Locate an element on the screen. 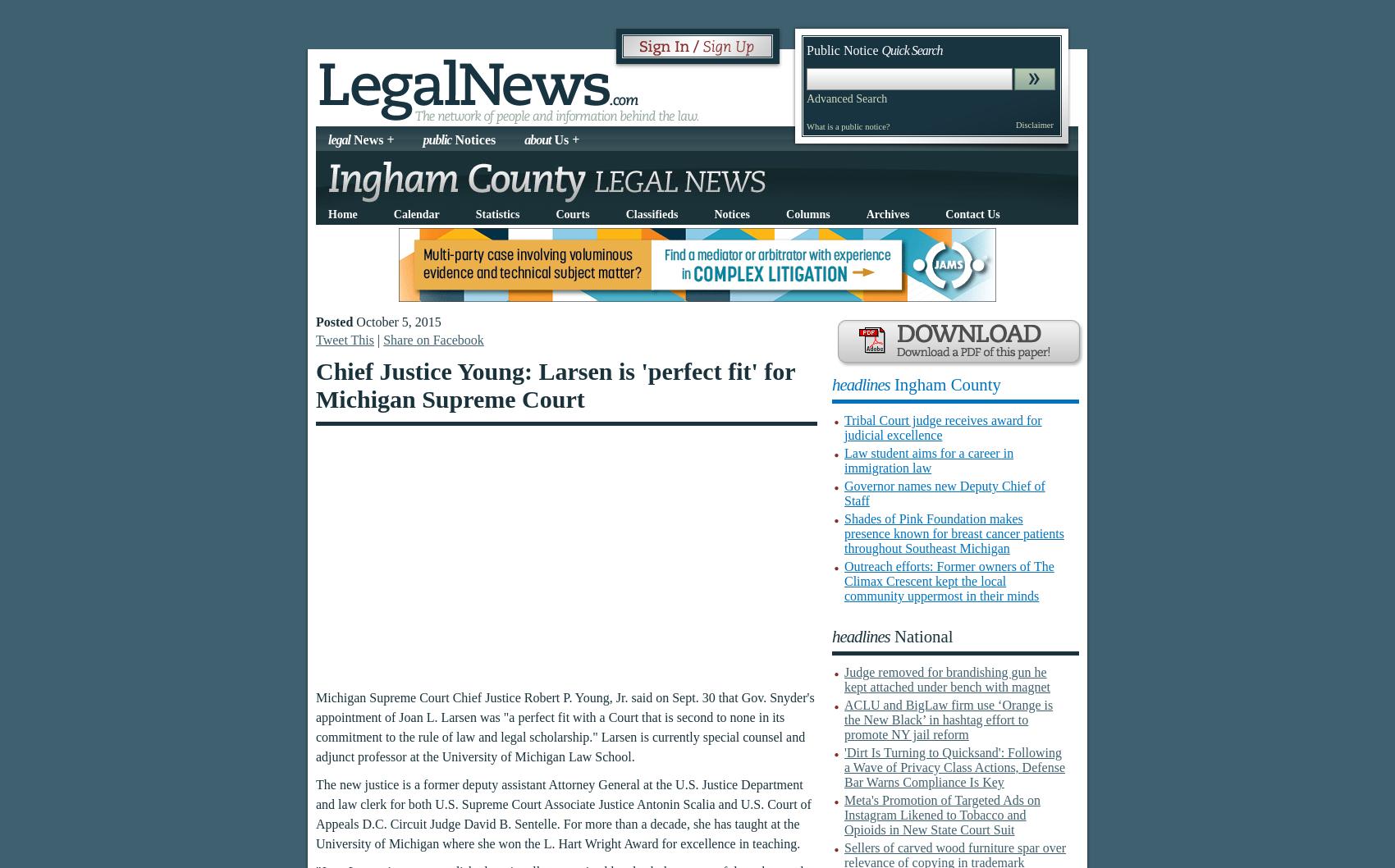 The height and width of the screenshot is (868, 1395). 'Governor names new Deputy Chief of Staff' is located at coordinates (944, 493).